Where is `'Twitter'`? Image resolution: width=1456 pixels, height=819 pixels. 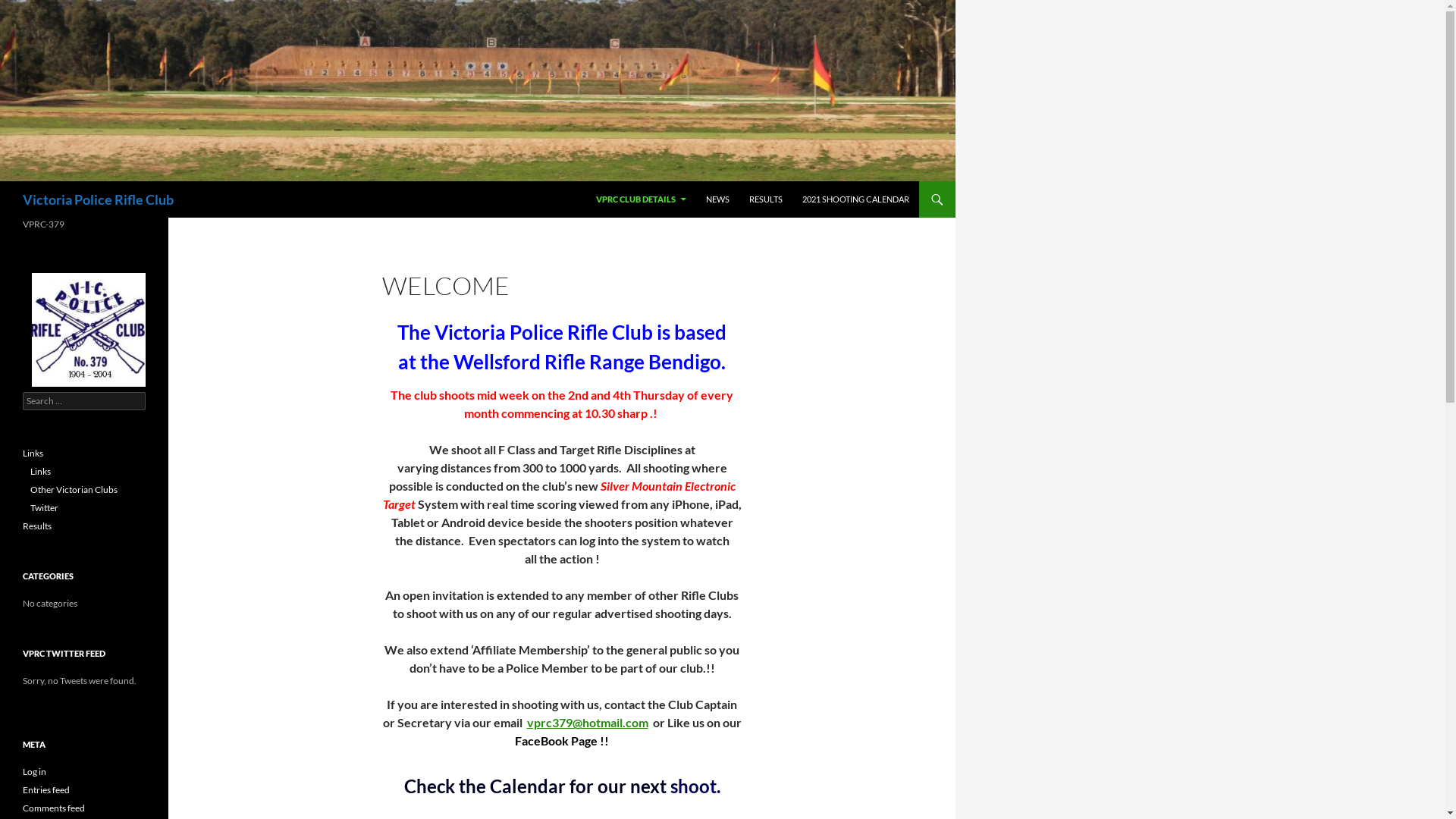 'Twitter' is located at coordinates (44, 507).